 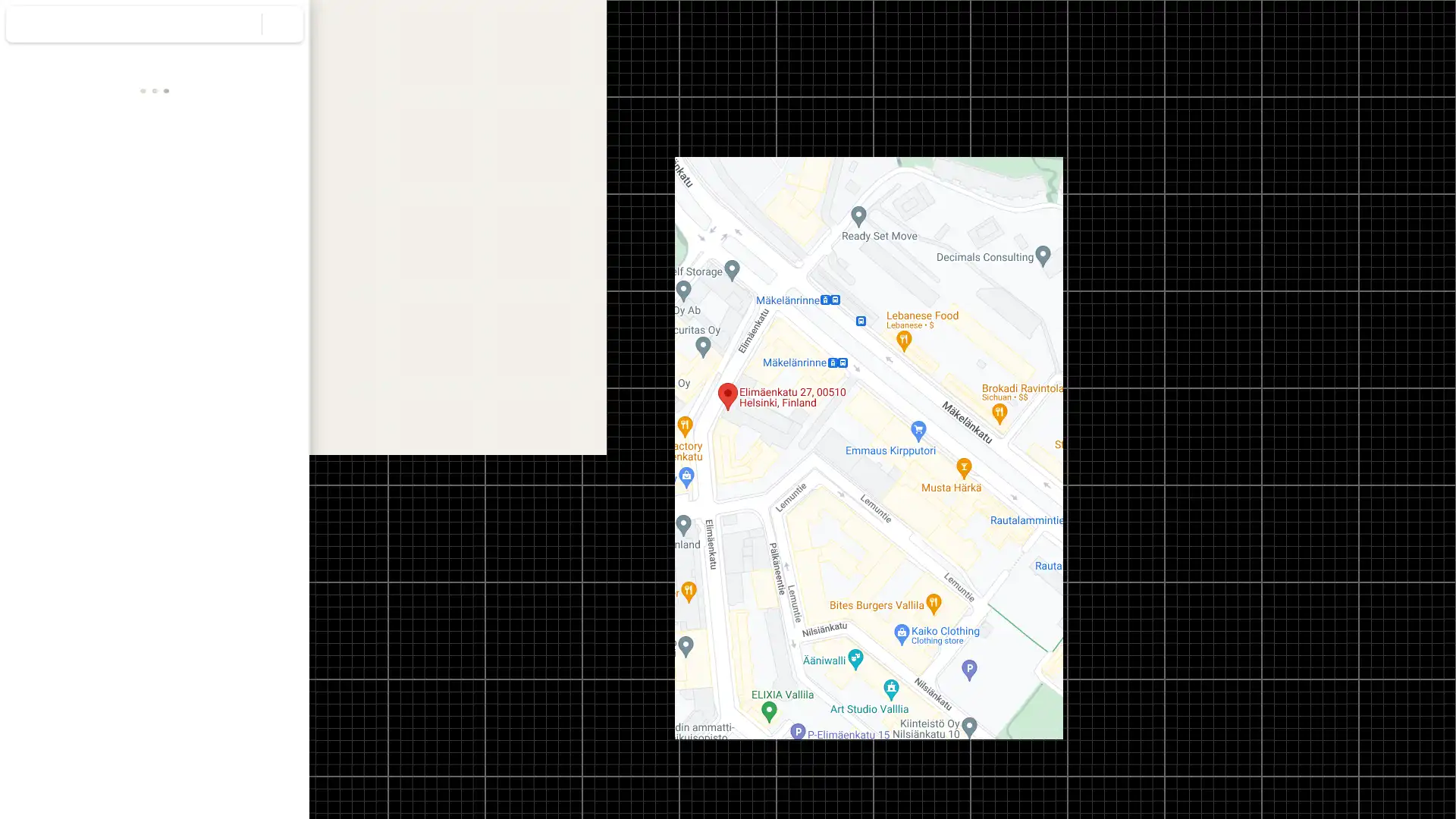 I want to click on Search nearby Elimaenkatu 27, so click(x=154, y=259).